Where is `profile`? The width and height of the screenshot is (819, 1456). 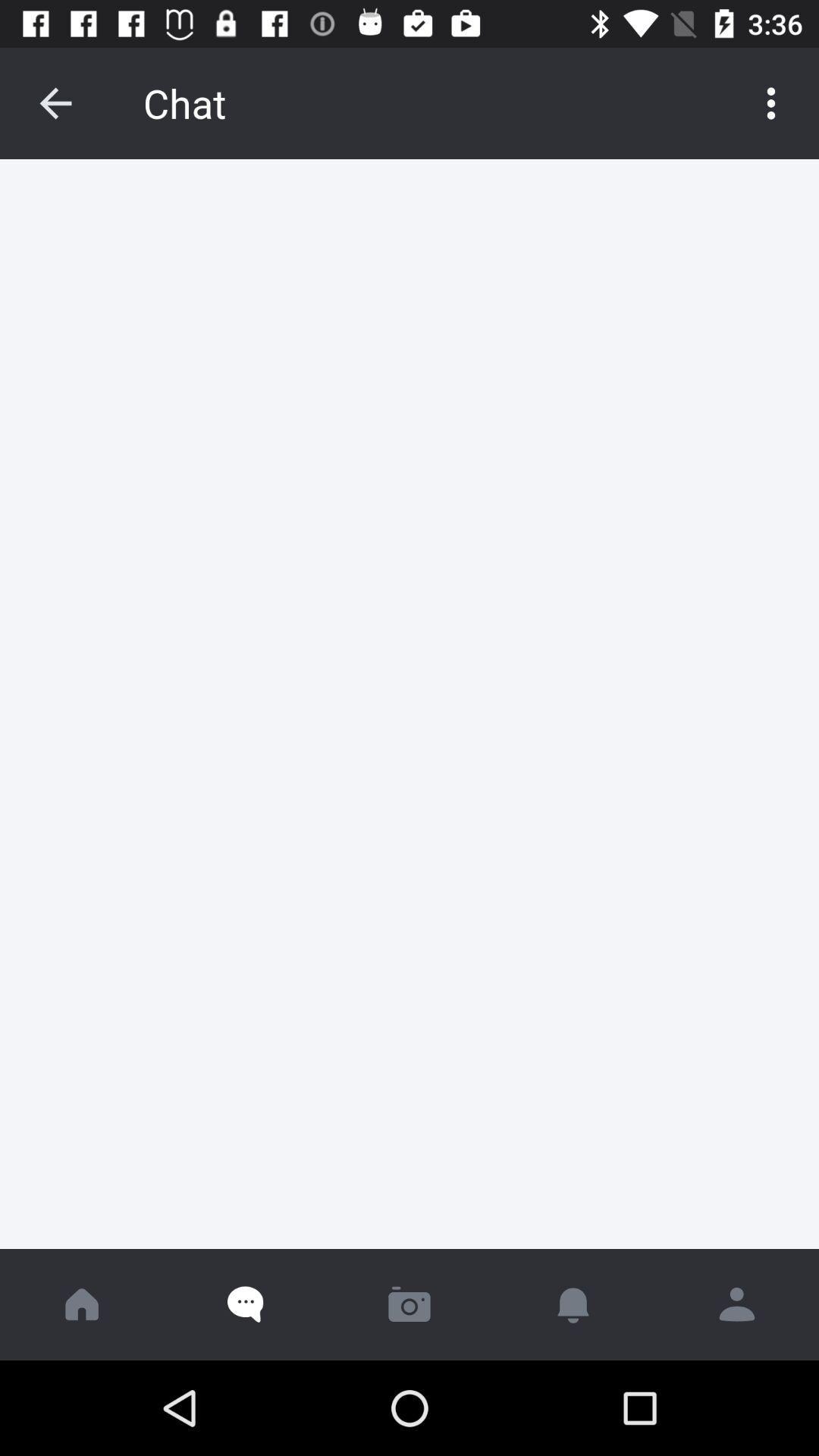
profile is located at coordinates (736, 1304).